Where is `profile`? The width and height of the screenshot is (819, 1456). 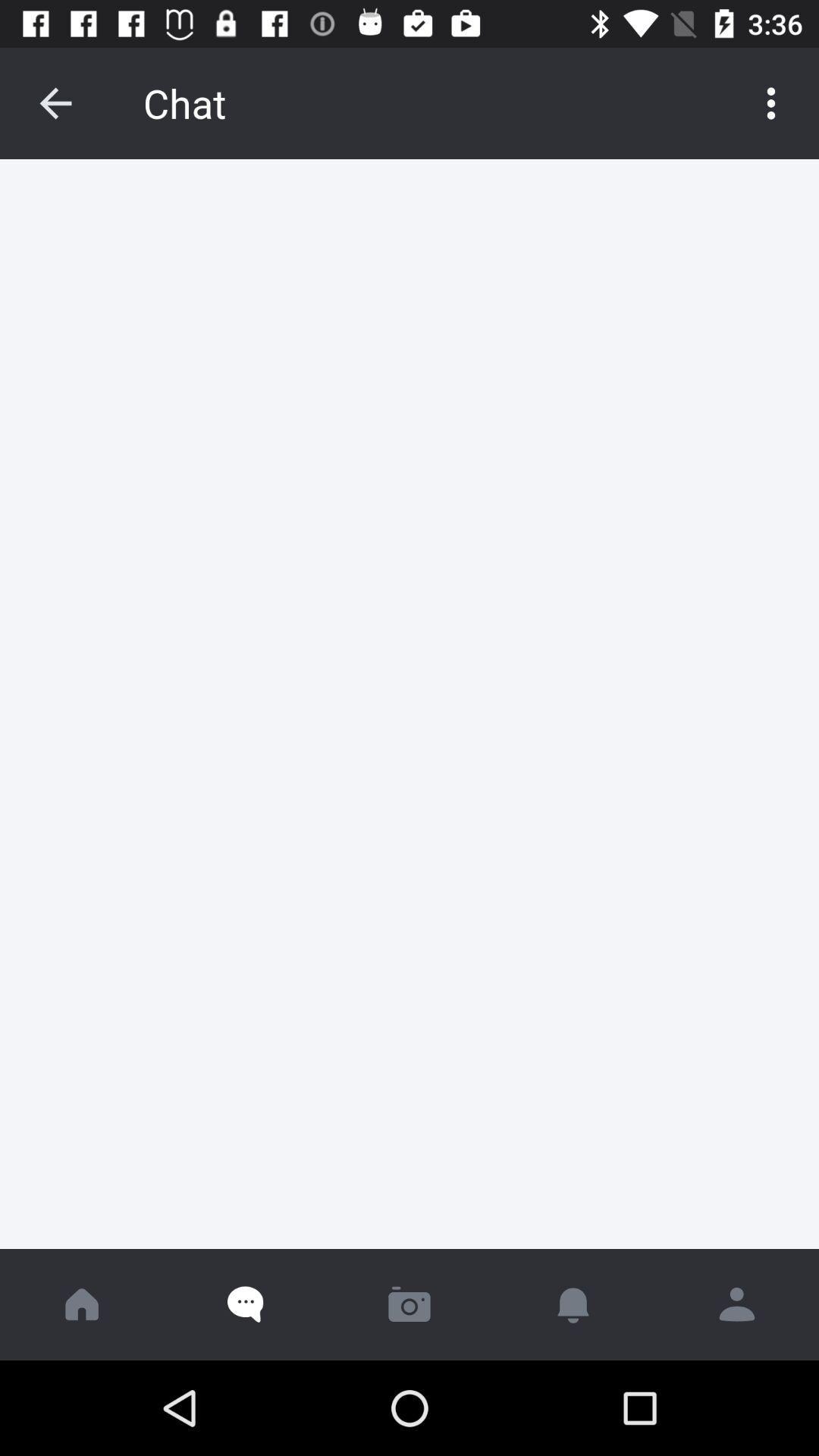
profile is located at coordinates (736, 1304).